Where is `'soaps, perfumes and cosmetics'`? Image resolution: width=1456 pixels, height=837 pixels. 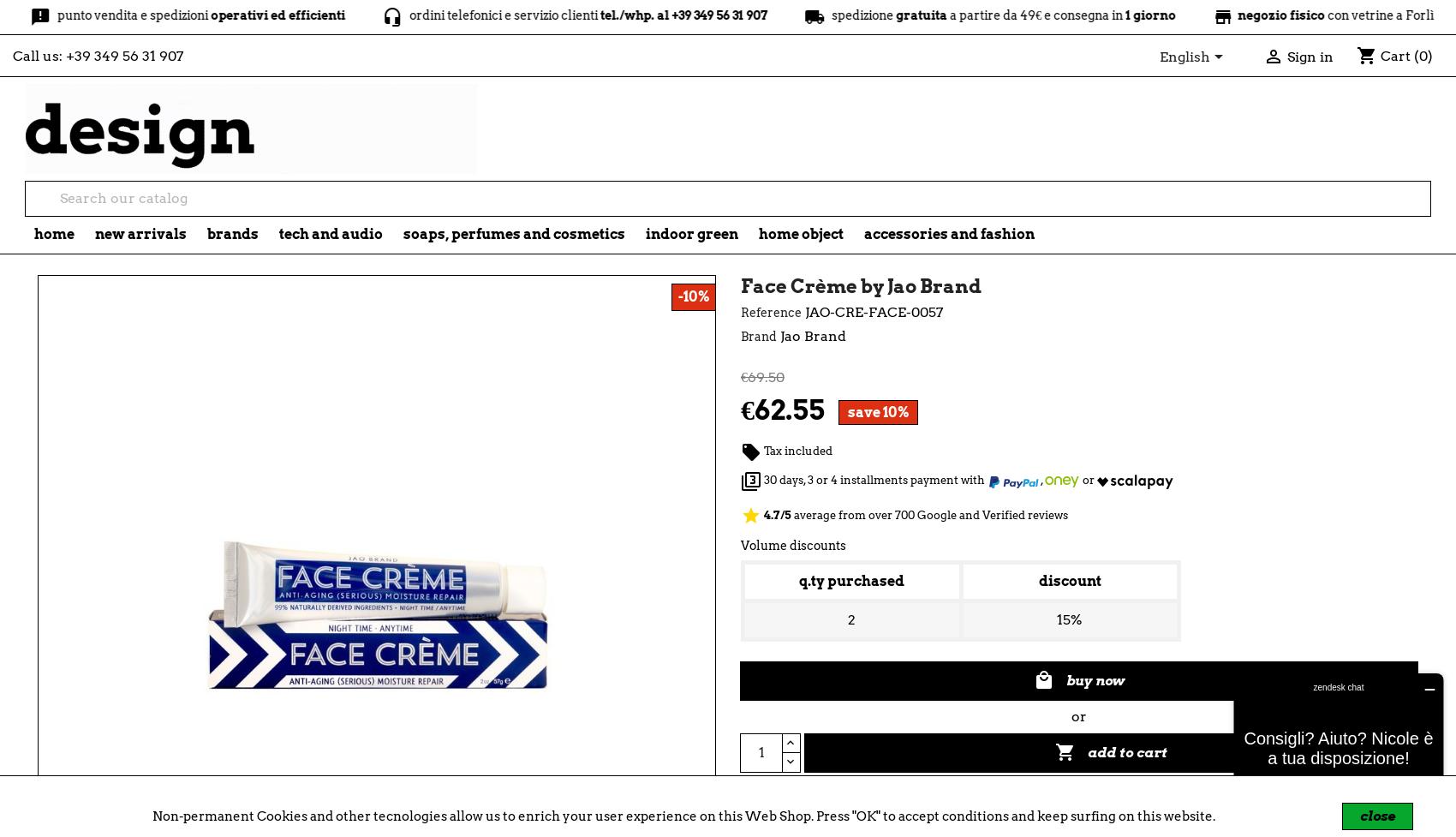
'soaps, perfumes and cosmetics' is located at coordinates (513, 233).